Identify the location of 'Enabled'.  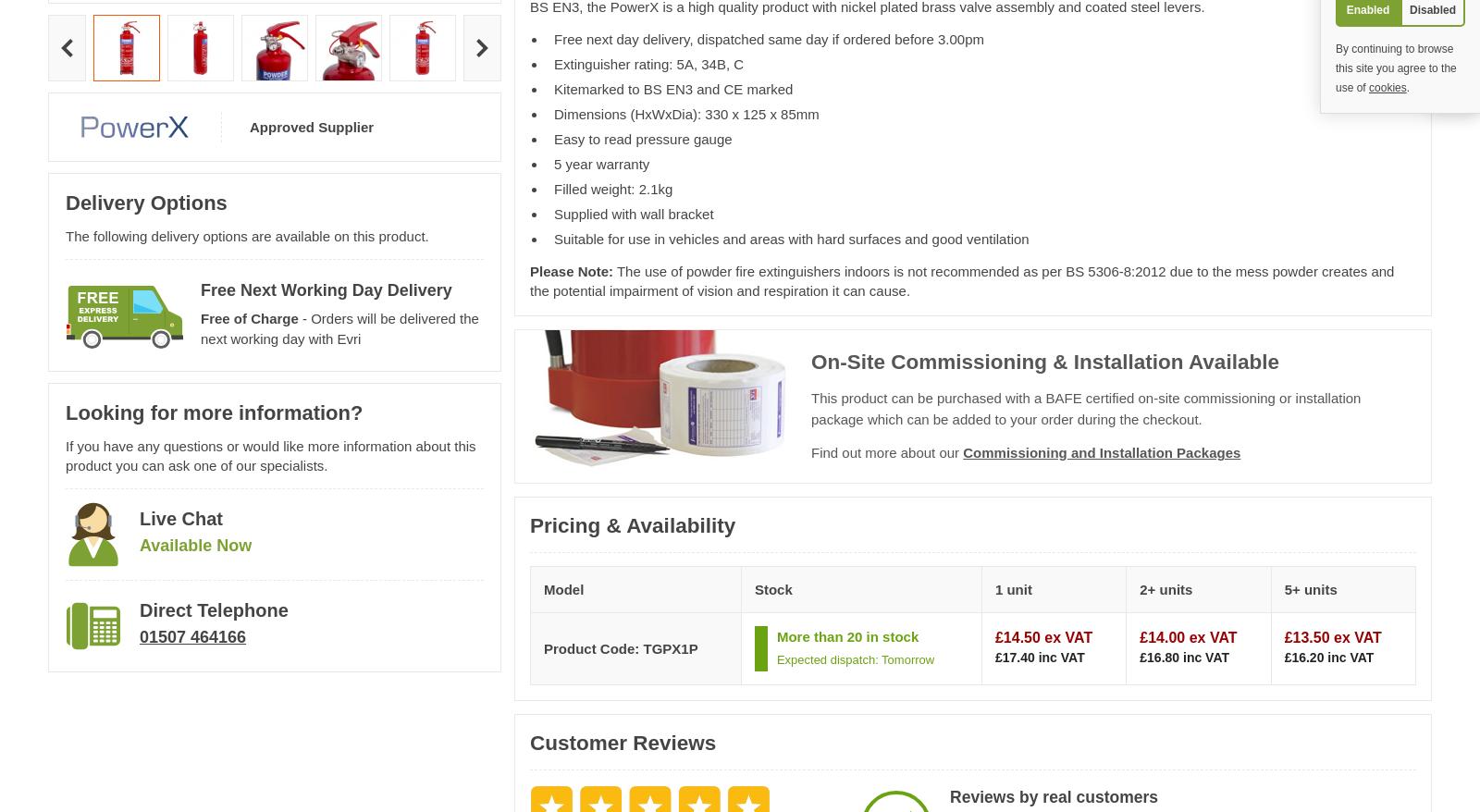
(1367, 8).